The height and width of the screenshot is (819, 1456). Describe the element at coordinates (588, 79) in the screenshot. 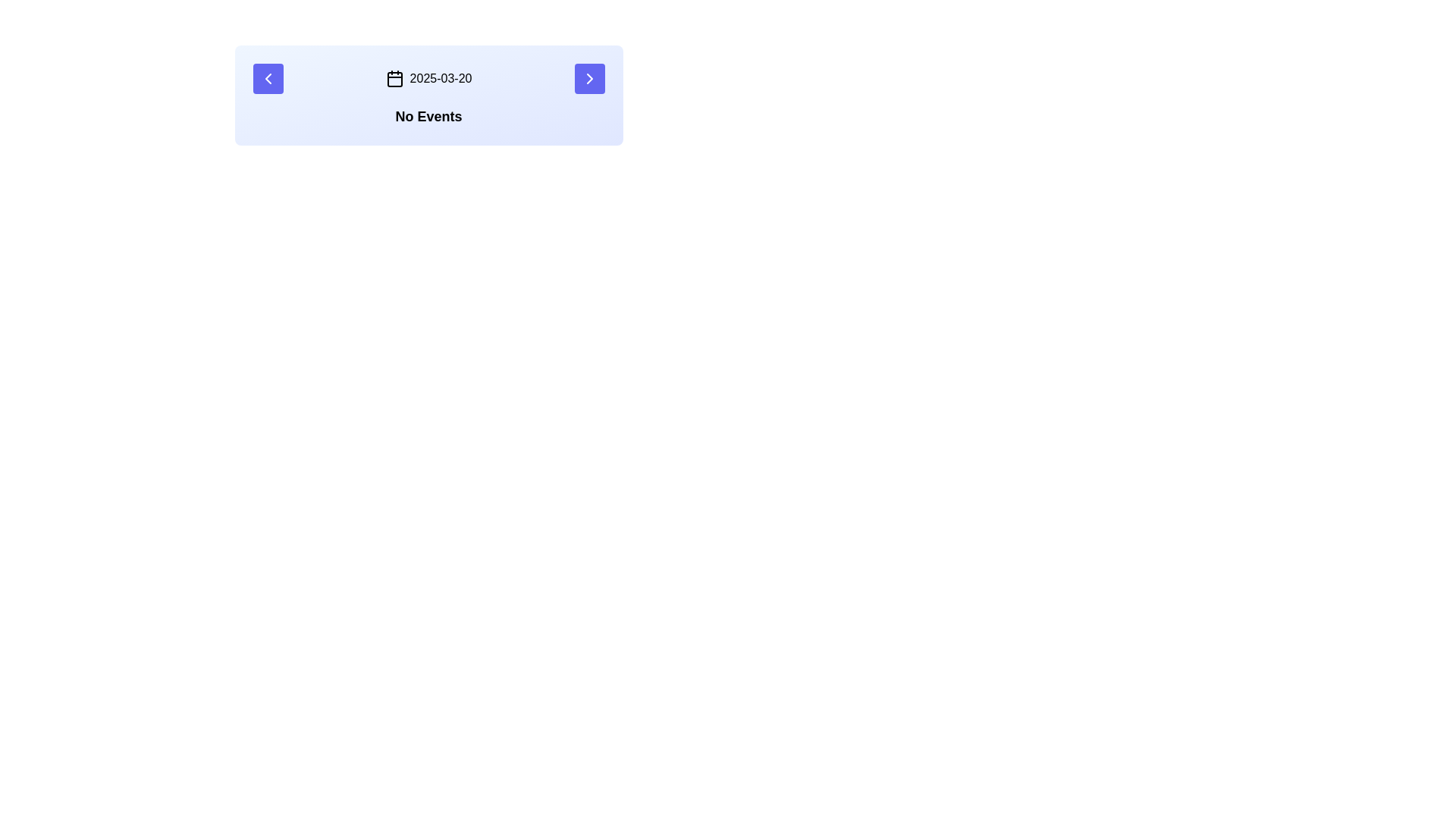

I see `the rightward-facing chevron icon located at the rightmost button of the panel` at that location.